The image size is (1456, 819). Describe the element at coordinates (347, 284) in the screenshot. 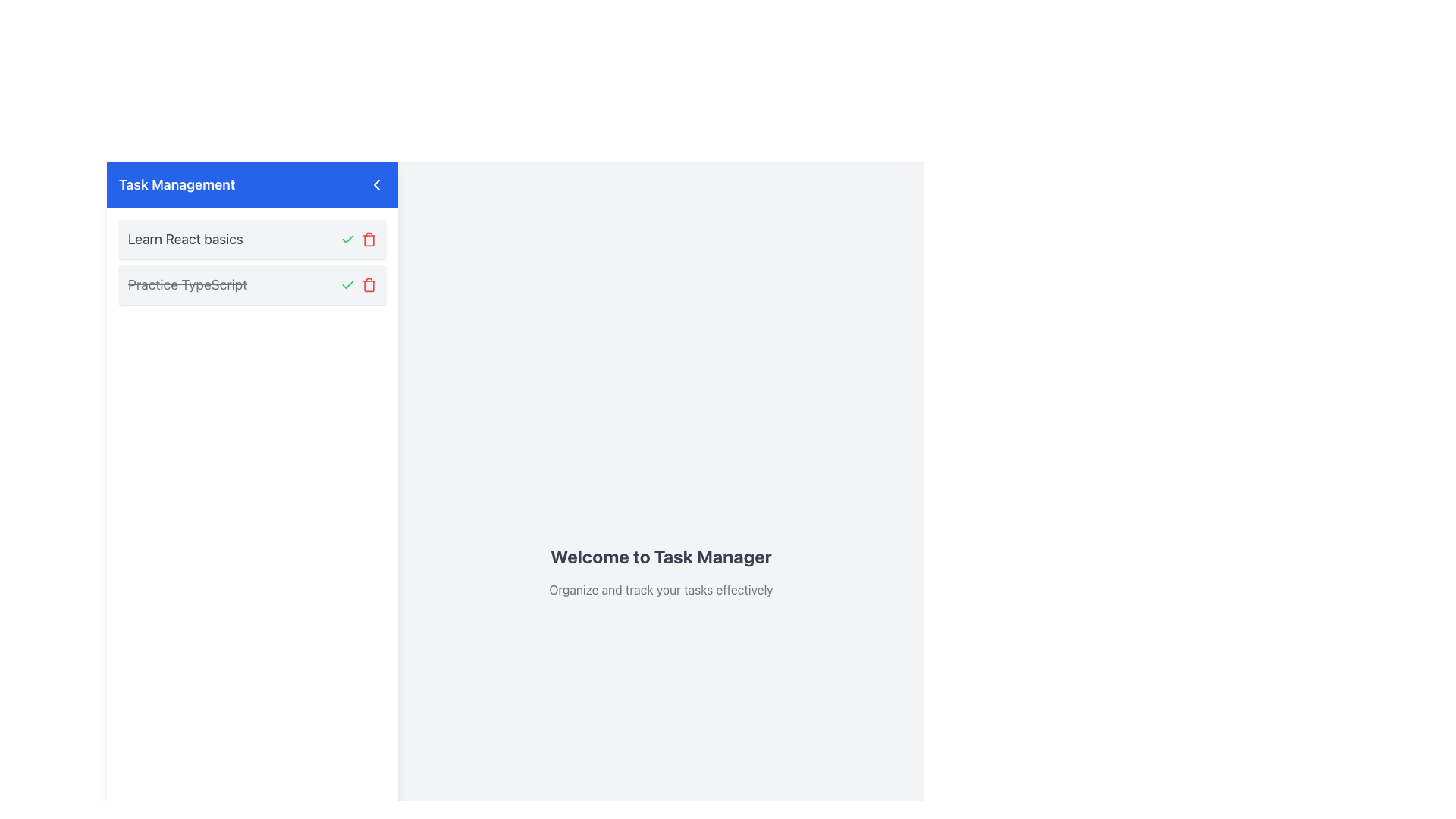

I see `the green checkmark icon that represents a completed task, located to the right of the 'Learn React basics' text label in the task pane` at that location.